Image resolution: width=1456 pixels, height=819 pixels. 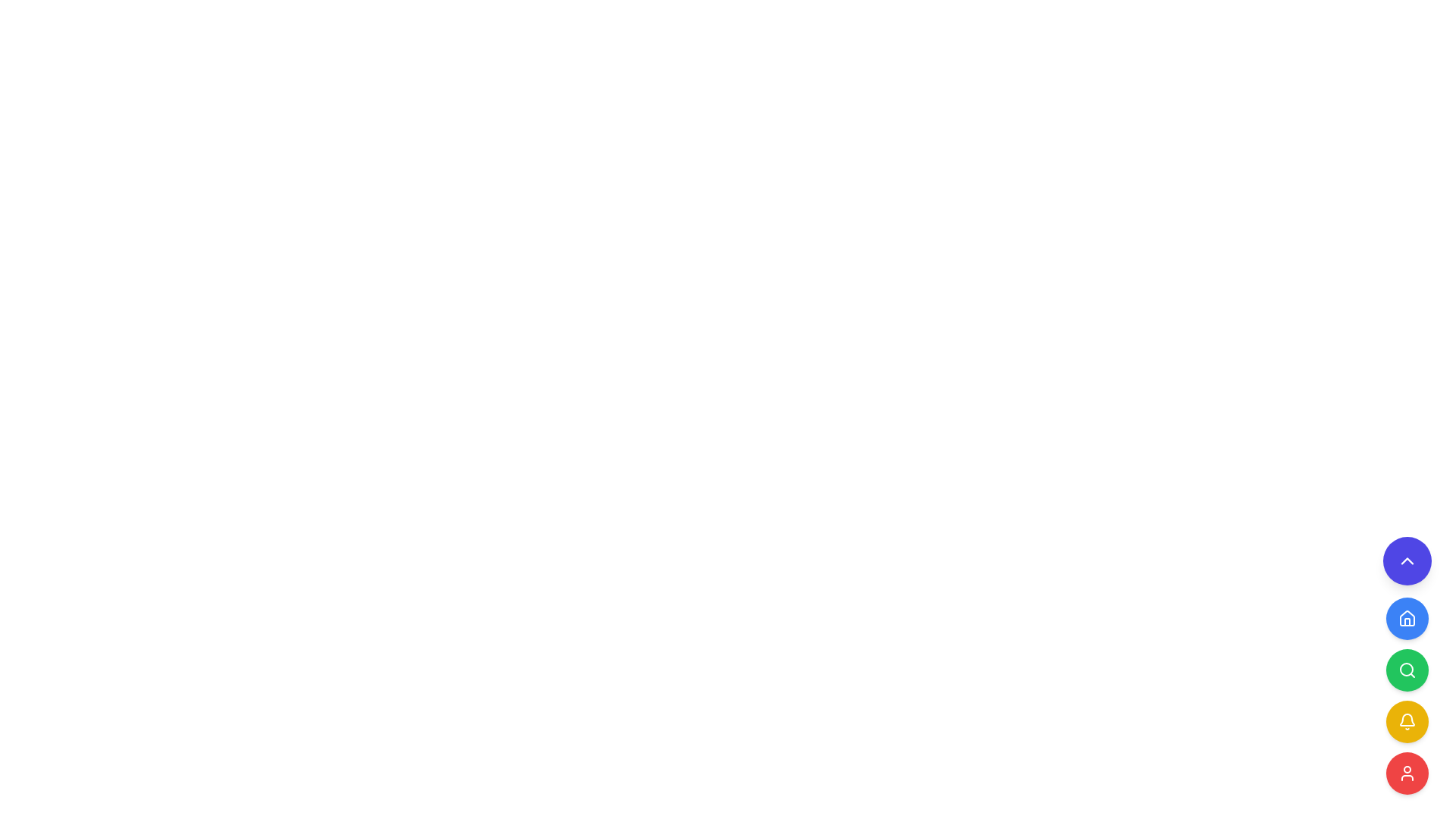 What do you see at coordinates (1407, 619) in the screenshot?
I see `the navigation icon button located in the vertical navigation bar on the far right side, positioned below the purple upward arrow icon` at bounding box center [1407, 619].